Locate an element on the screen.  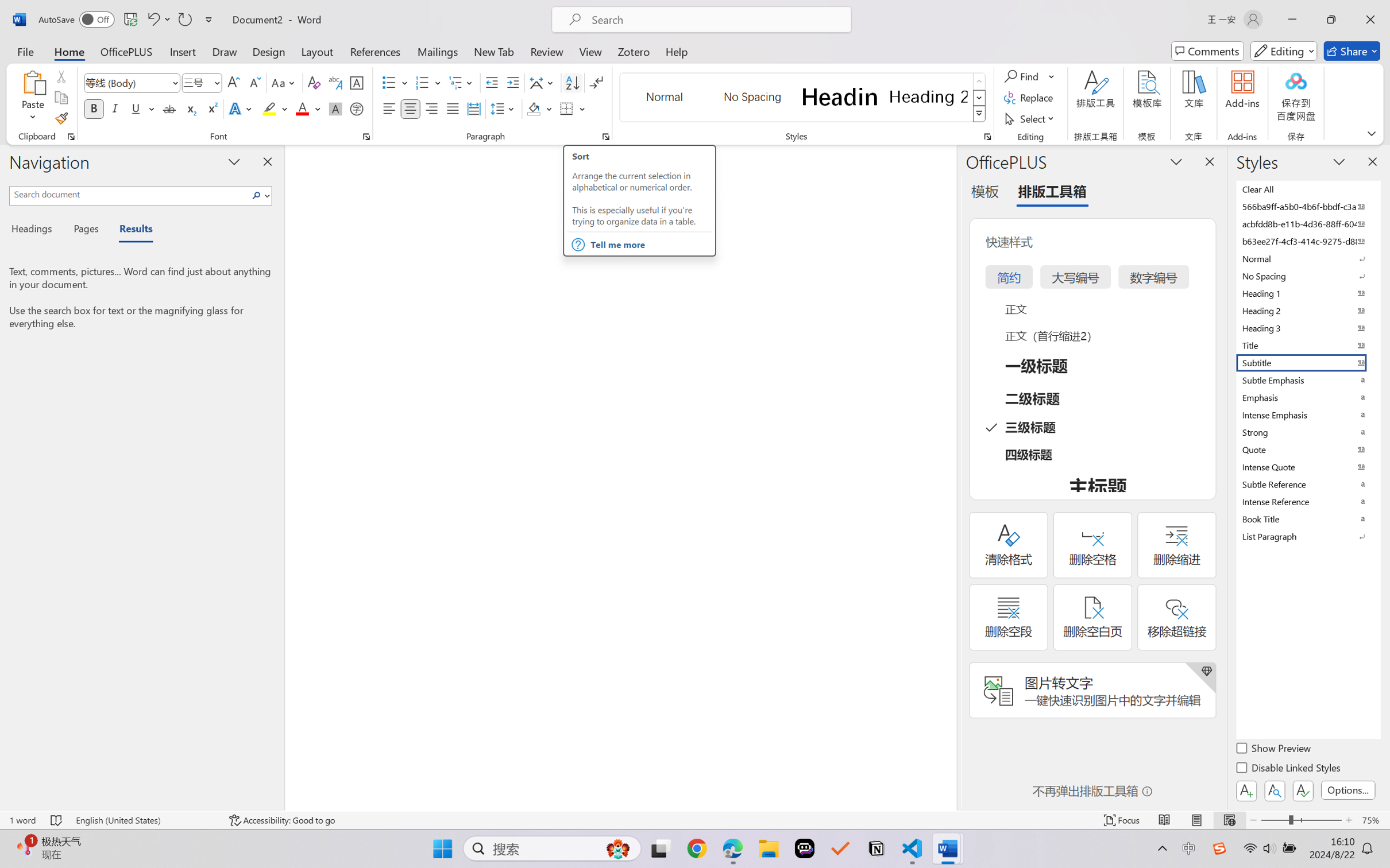
'Mailings' is located at coordinates (438, 51).